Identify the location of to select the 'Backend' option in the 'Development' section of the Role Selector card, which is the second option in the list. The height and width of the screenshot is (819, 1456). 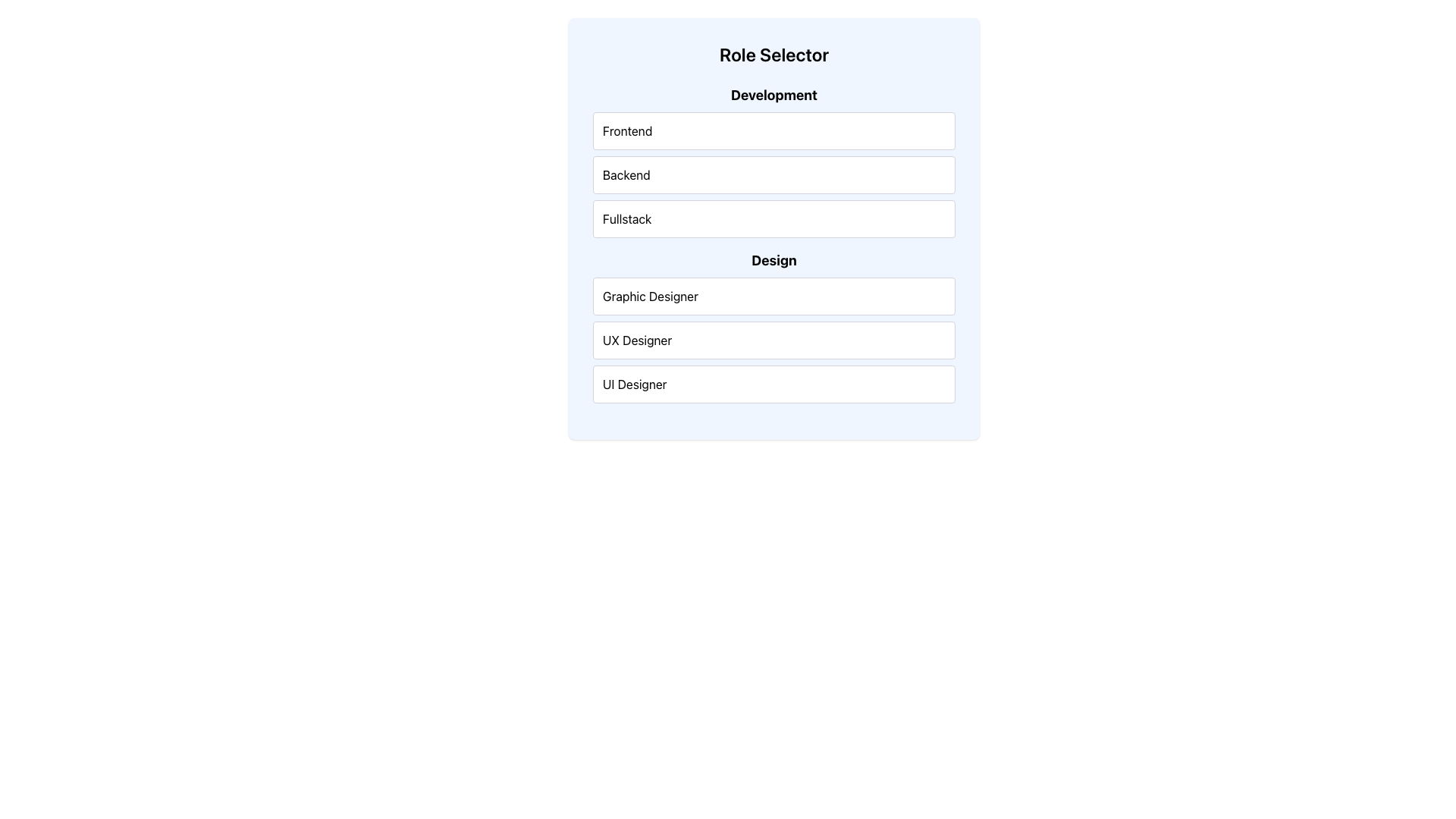
(774, 161).